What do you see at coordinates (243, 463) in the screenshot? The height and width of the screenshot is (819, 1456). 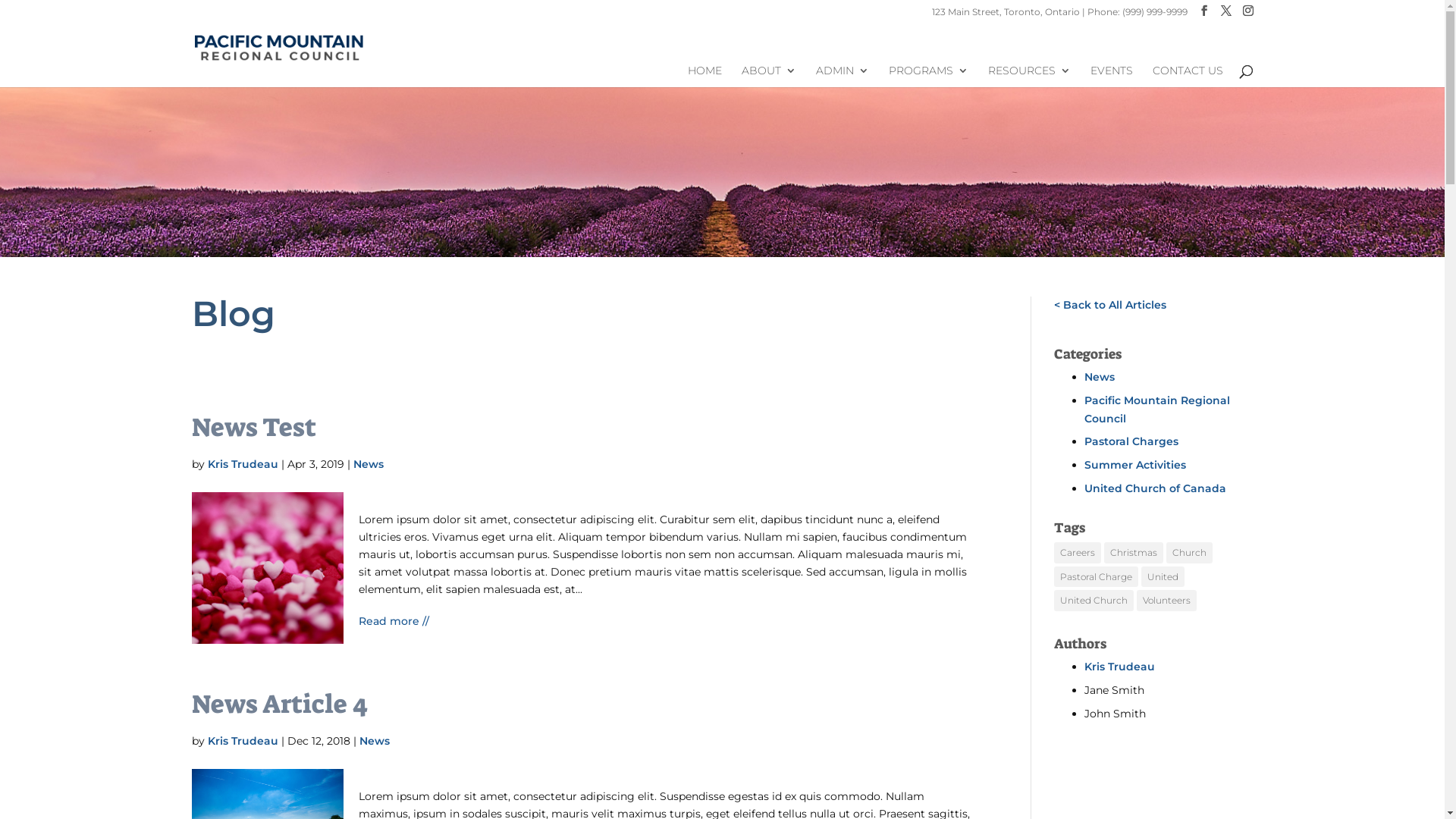 I see `'Kris Trudeau'` at bounding box center [243, 463].